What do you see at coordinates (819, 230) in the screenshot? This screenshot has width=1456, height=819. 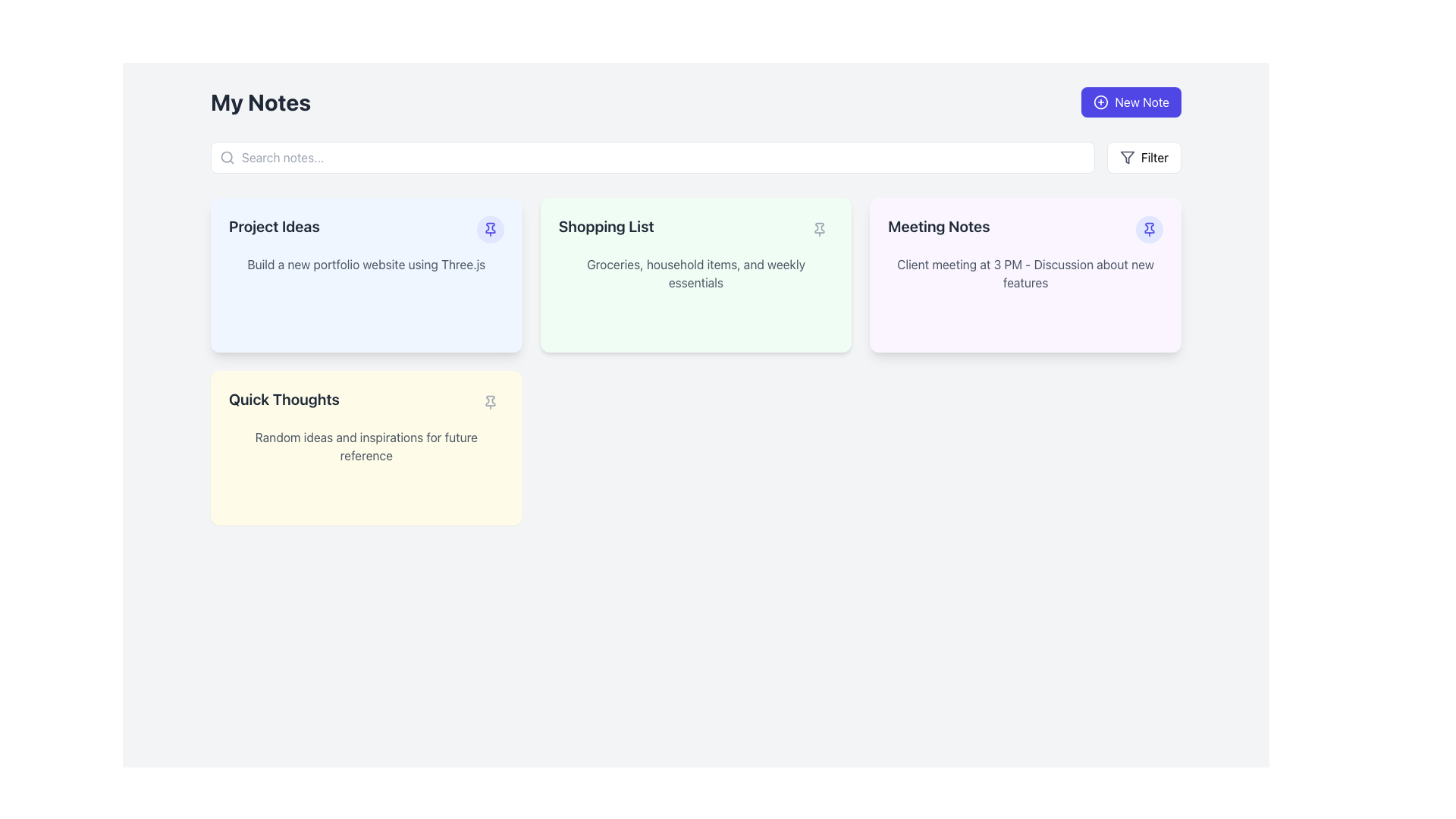 I see `the pin icon button in the 'Shopping List' section to observe the hover effects` at bounding box center [819, 230].